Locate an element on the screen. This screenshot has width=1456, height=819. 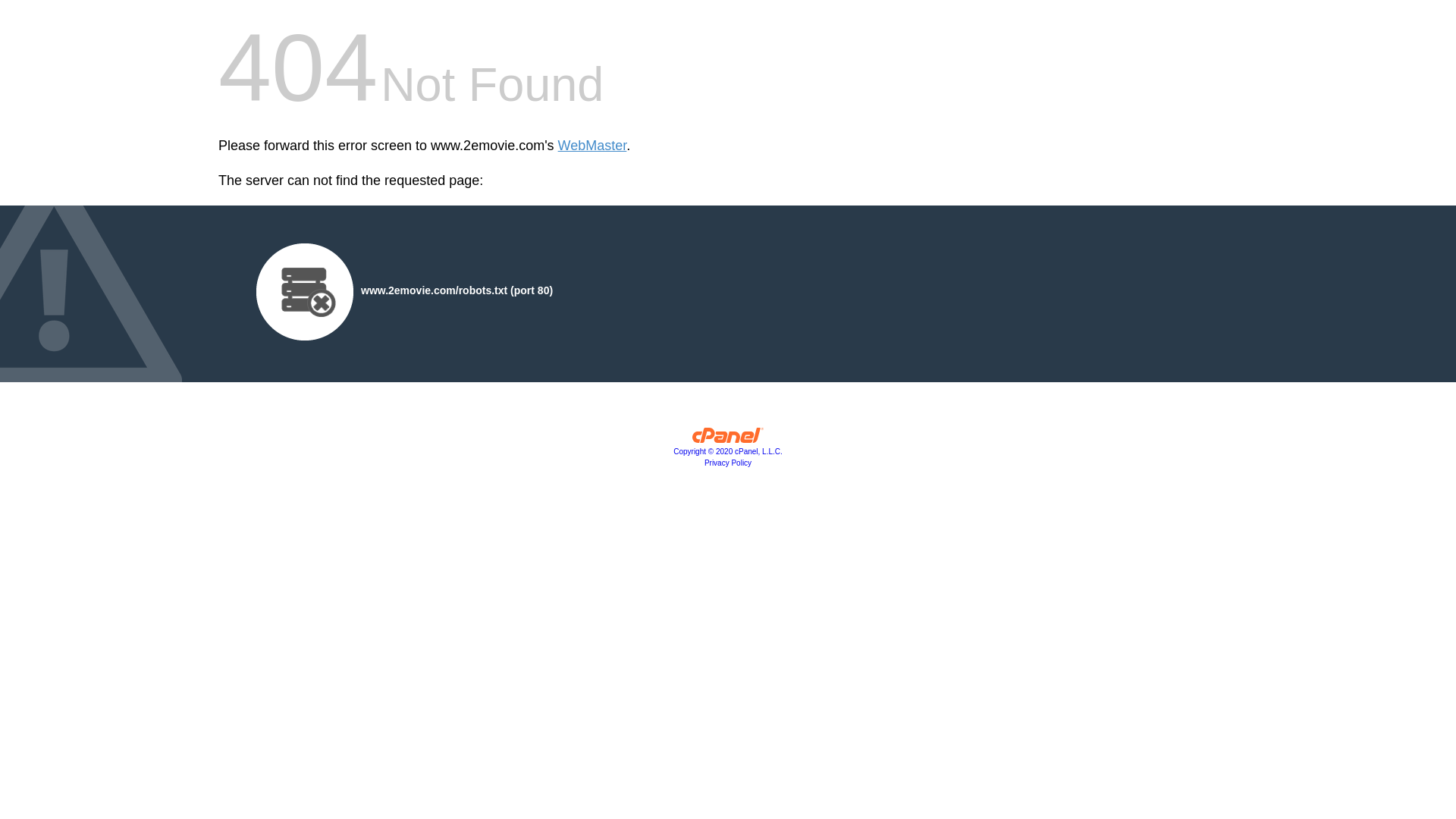
'cPanel, Inc.' is located at coordinates (728, 438).